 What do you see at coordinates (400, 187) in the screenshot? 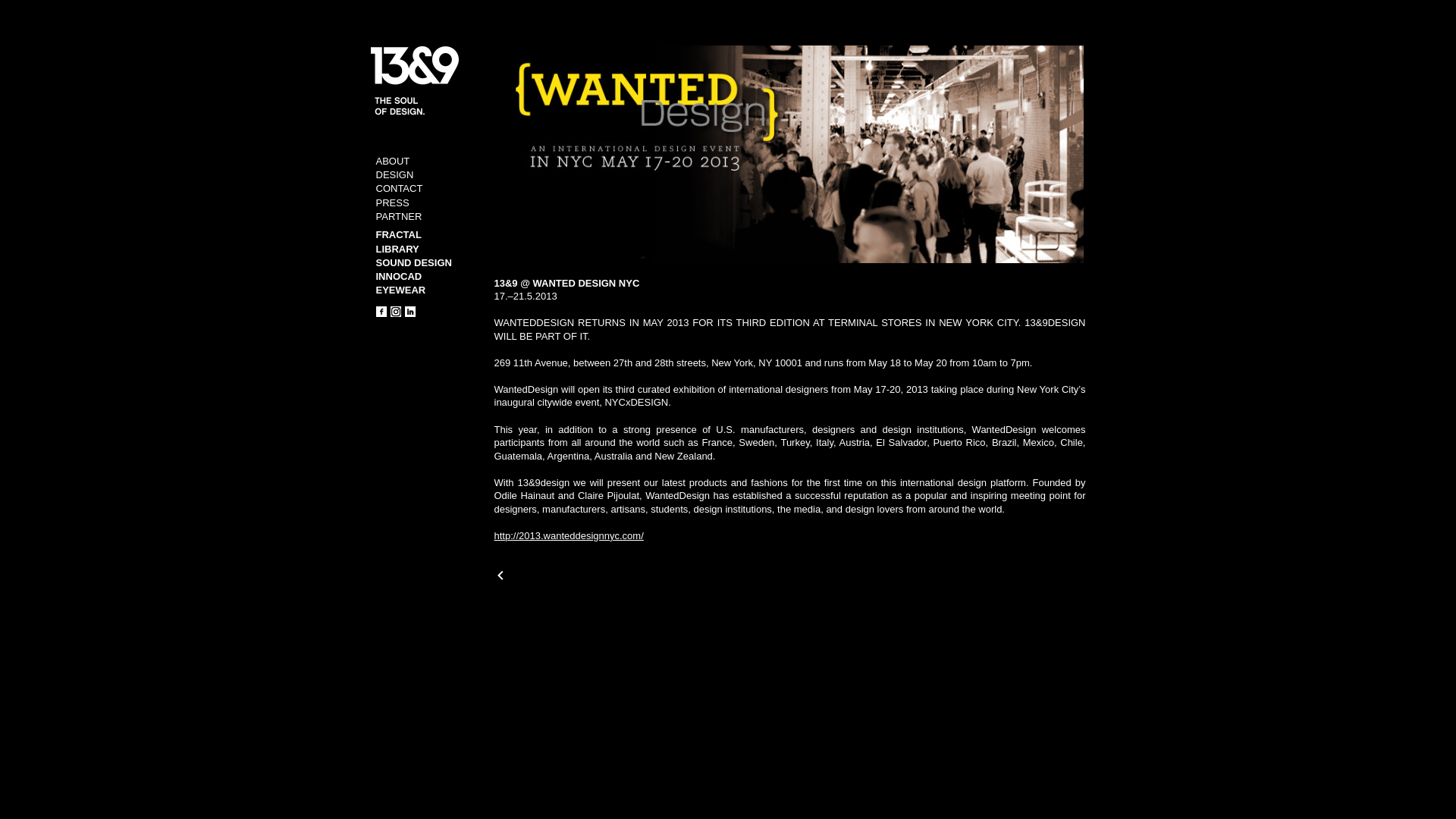
I see `'CONTACT'` at bounding box center [400, 187].